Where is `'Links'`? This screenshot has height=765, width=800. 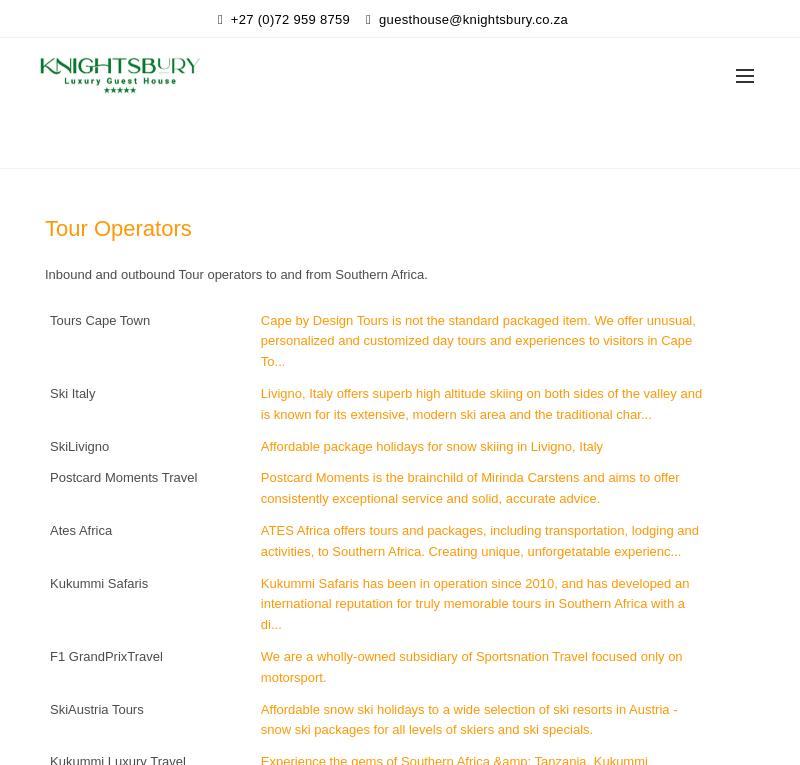
'Links' is located at coordinates (420, 142).